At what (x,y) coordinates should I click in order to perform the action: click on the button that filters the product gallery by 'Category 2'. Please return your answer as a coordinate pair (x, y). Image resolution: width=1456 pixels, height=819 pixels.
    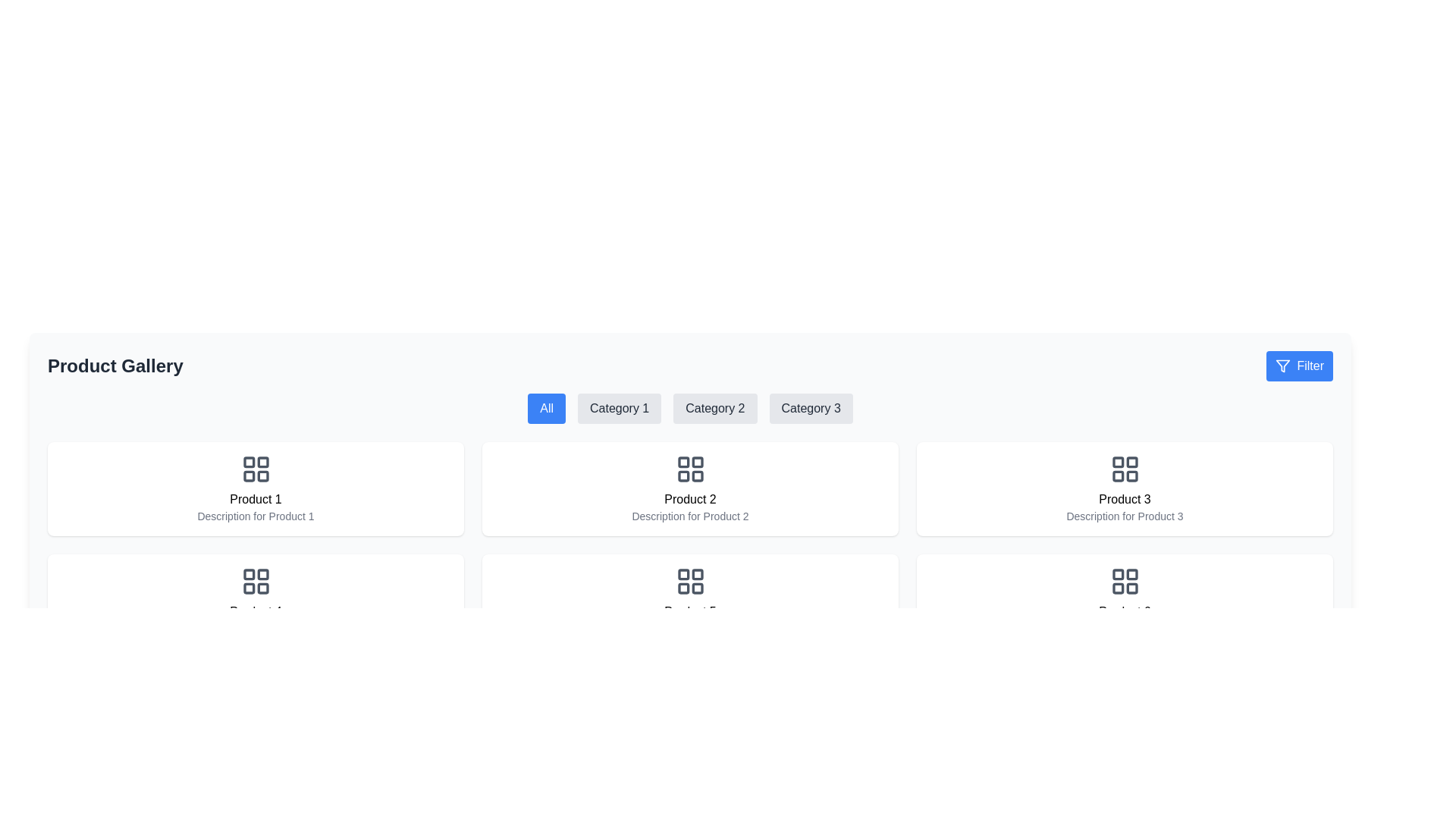
    Looking at the image, I should click on (714, 408).